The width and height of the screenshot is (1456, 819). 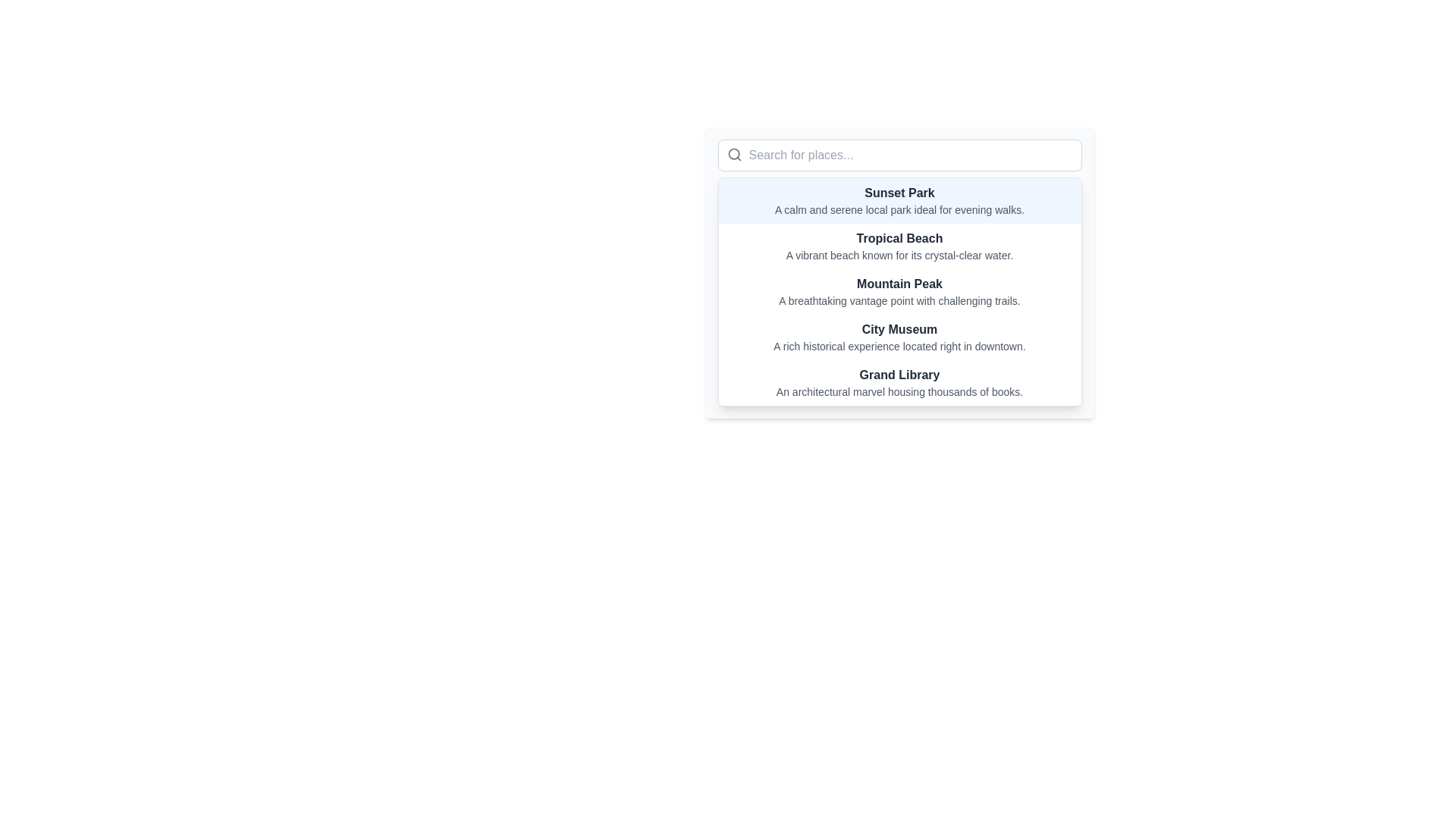 What do you see at coordinates (899, 245) in the screenshot?
I see `the second list item labeled 'Tropical Beach', which is positioned in the middle of the visible list` at bounding box center [899, 245].